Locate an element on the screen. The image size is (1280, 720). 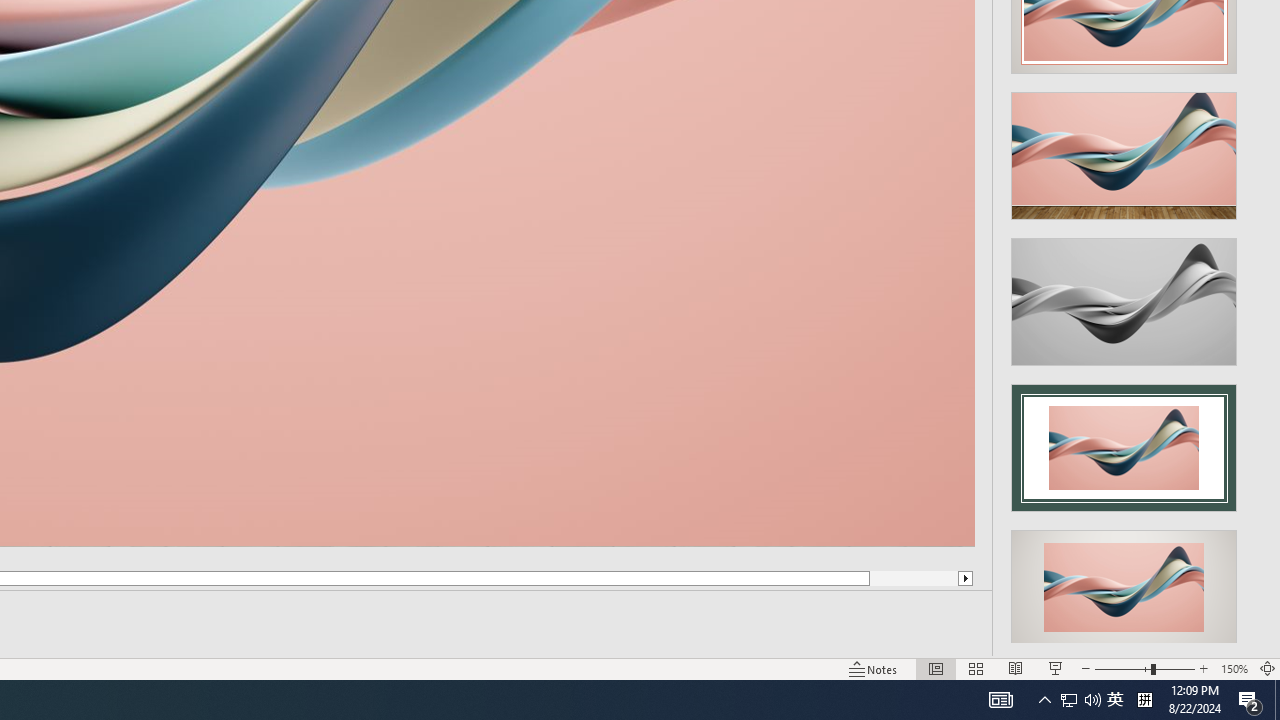
'Zoom 150%' is located at coordinates (1233, 669).